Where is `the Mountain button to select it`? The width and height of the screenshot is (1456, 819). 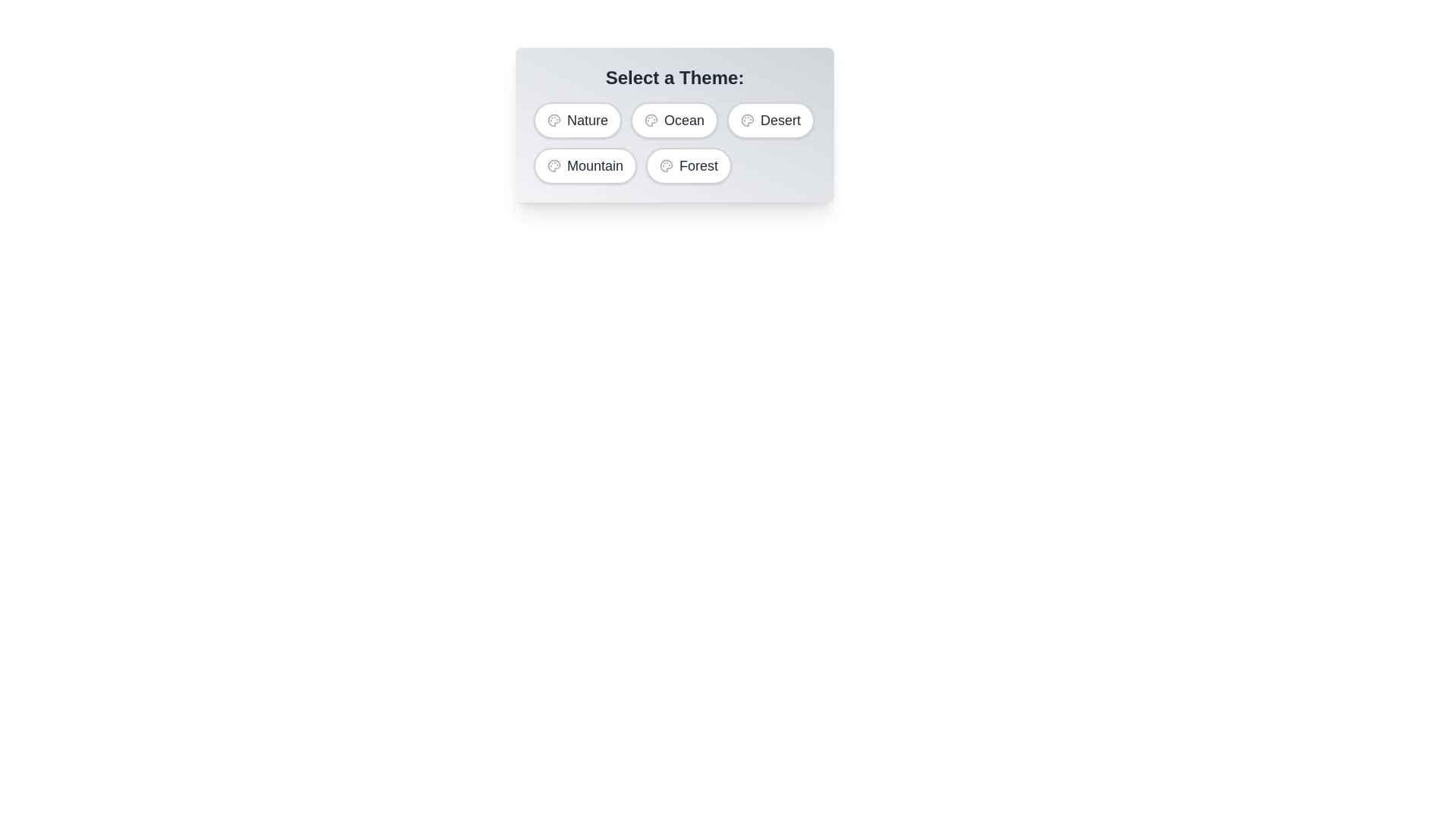
the Mountain button to select it is located at coordinates (585, 166).